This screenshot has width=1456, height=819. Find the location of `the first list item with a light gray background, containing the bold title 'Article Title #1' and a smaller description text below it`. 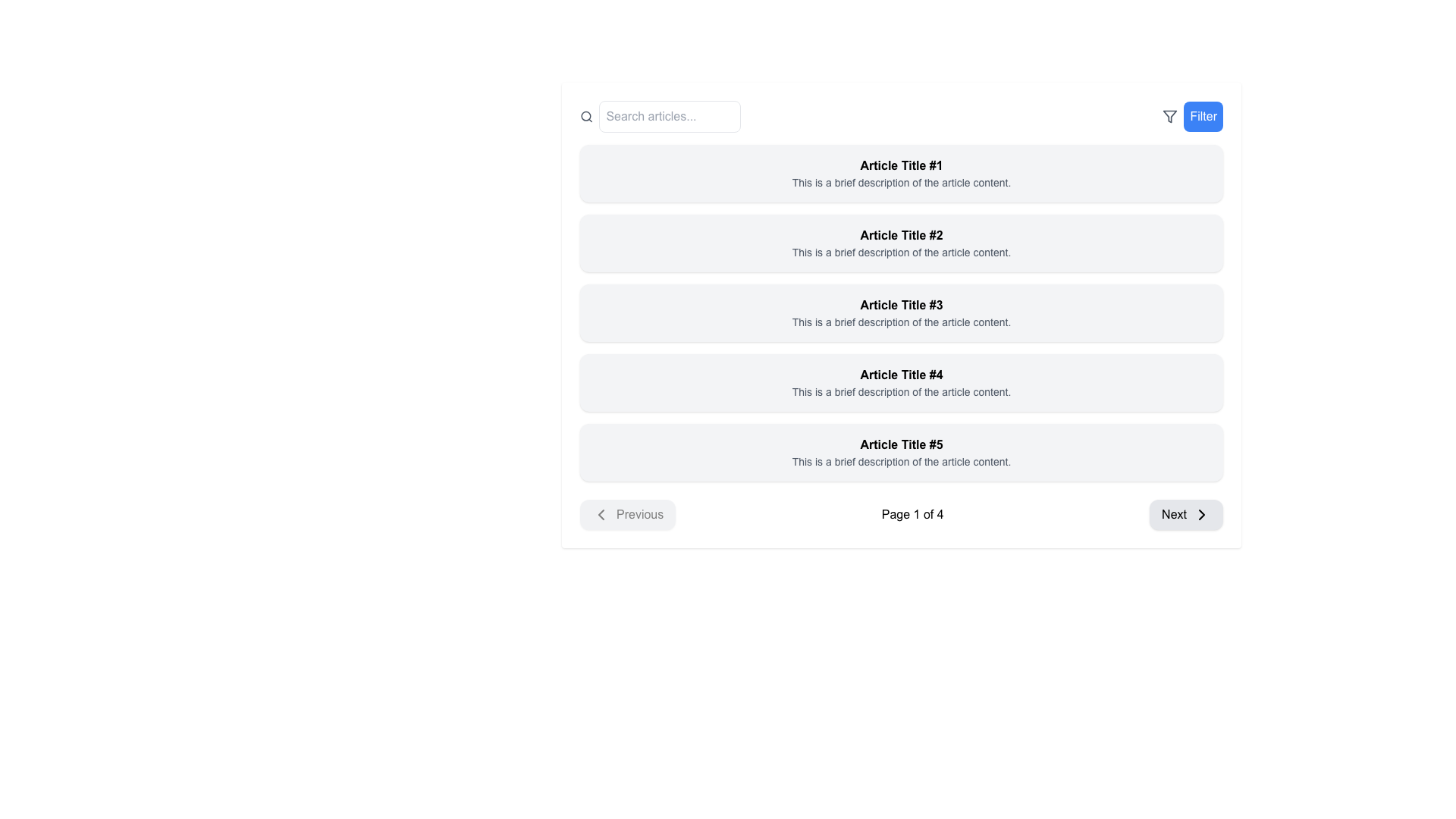

the first list item with a light gray background, containing the bold title 'Article Title #1' and a smaller description text below it is located at coordinates (902, 172).